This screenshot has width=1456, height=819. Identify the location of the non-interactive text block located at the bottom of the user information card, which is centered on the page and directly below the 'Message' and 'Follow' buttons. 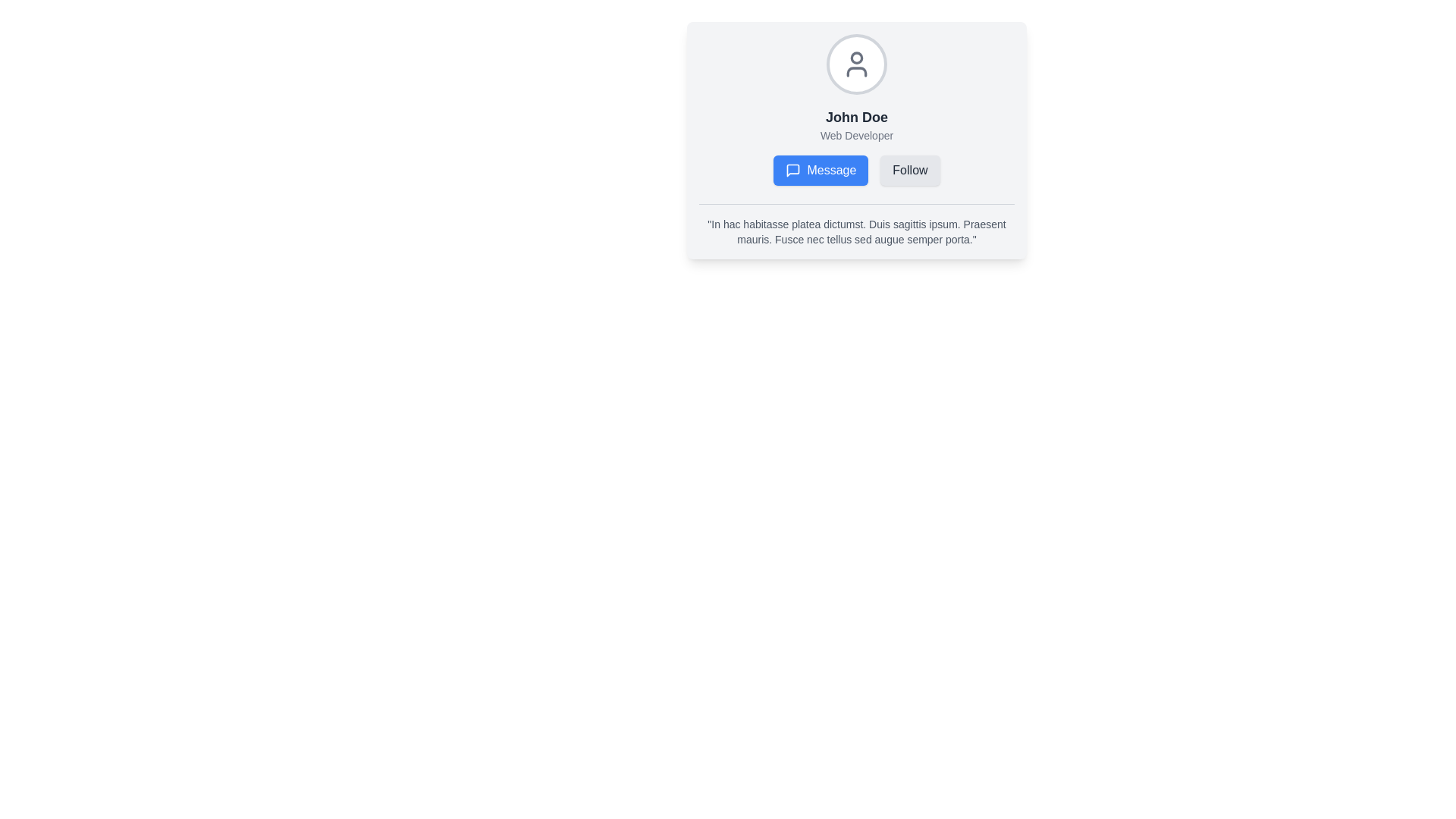
(856, 225).